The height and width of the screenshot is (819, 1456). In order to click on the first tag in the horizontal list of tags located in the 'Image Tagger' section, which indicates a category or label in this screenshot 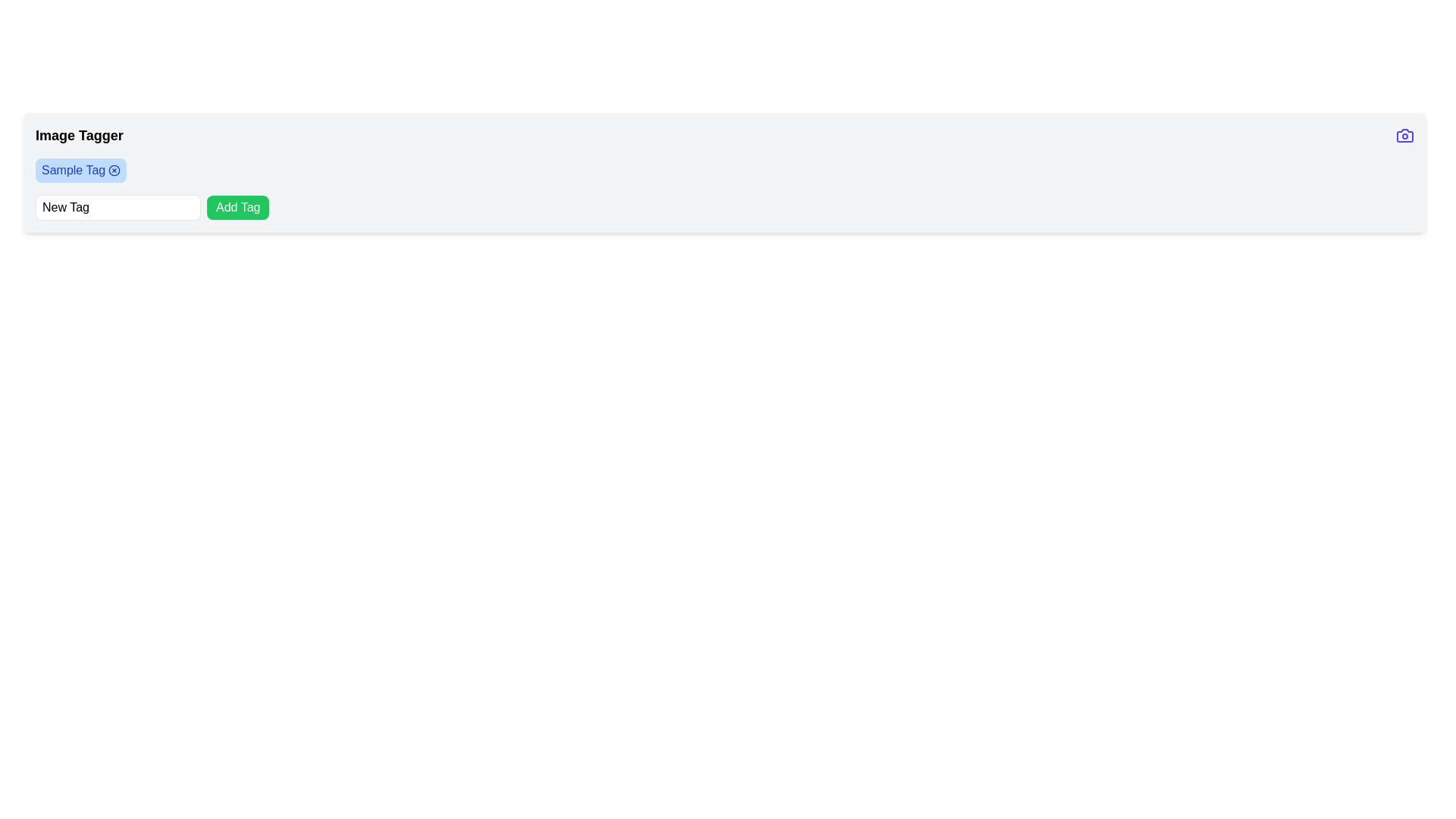, I will do `click(80, 170)`.